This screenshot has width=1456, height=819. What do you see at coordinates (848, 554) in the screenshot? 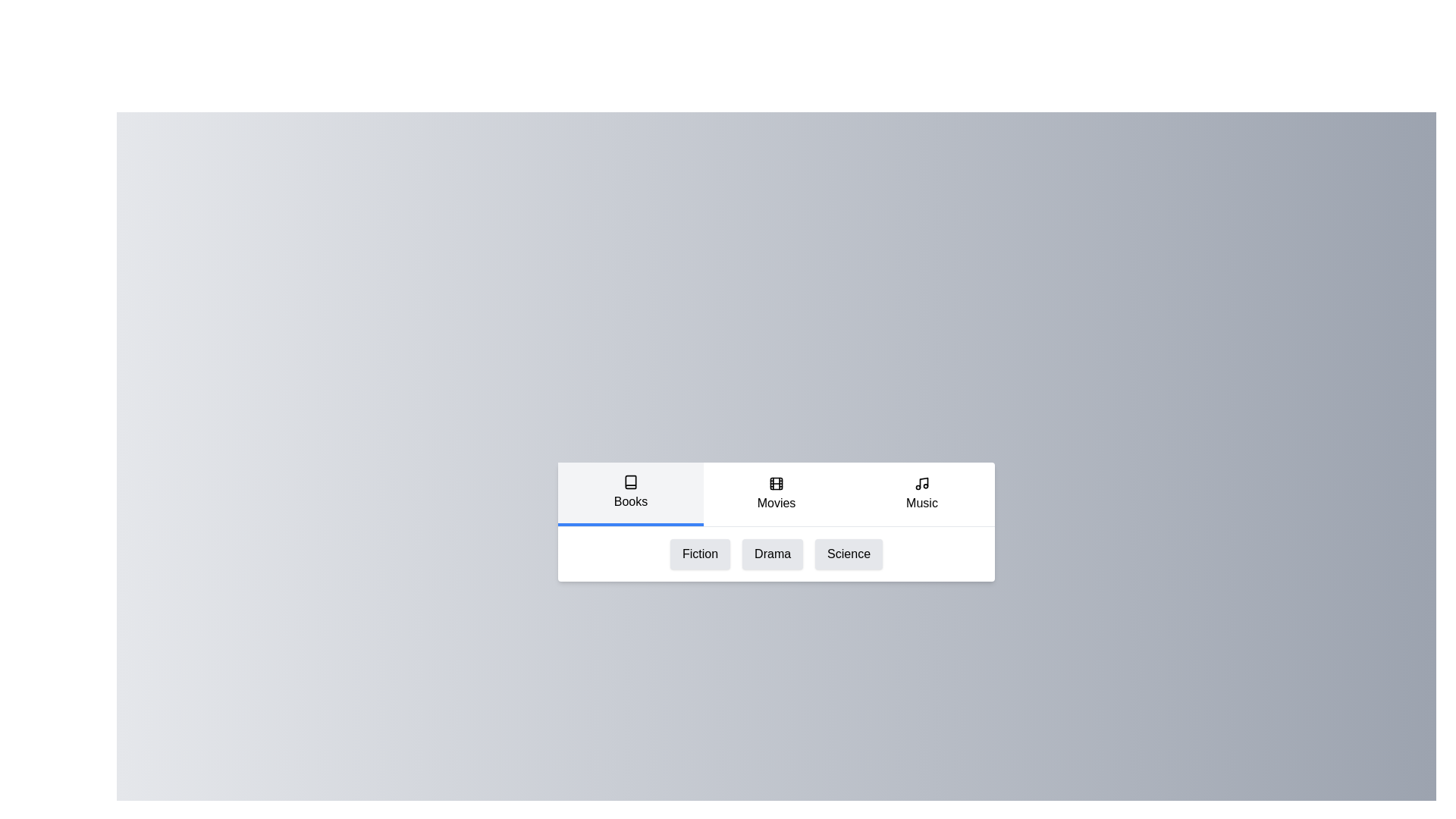
I see `the 'Science' button in the content area` at bounding box center [848, 554].